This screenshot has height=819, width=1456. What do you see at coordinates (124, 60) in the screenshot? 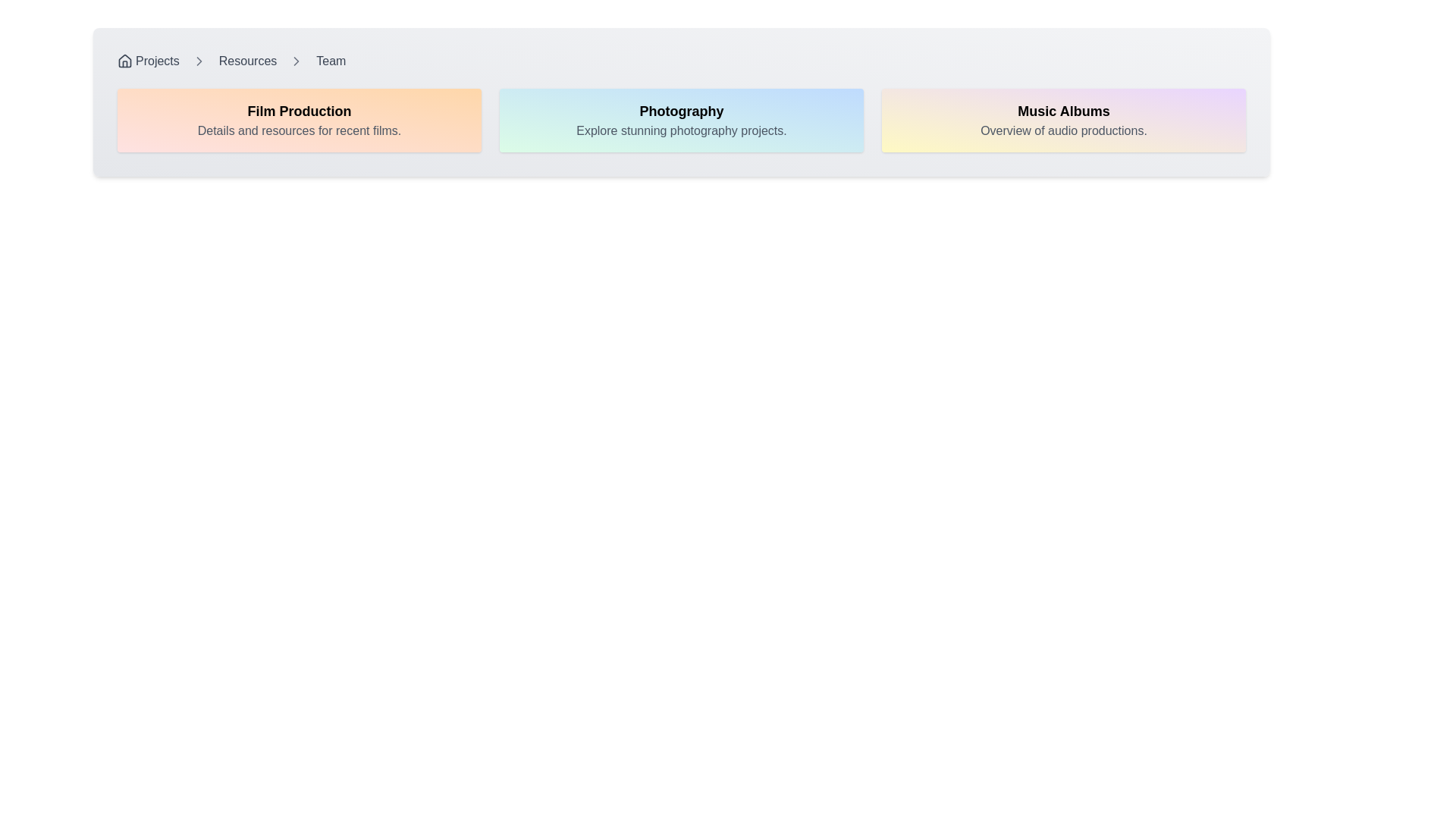
I see `the small SVG house icon located in the breadcrumb navigation area` at bounding box center [124, 60].